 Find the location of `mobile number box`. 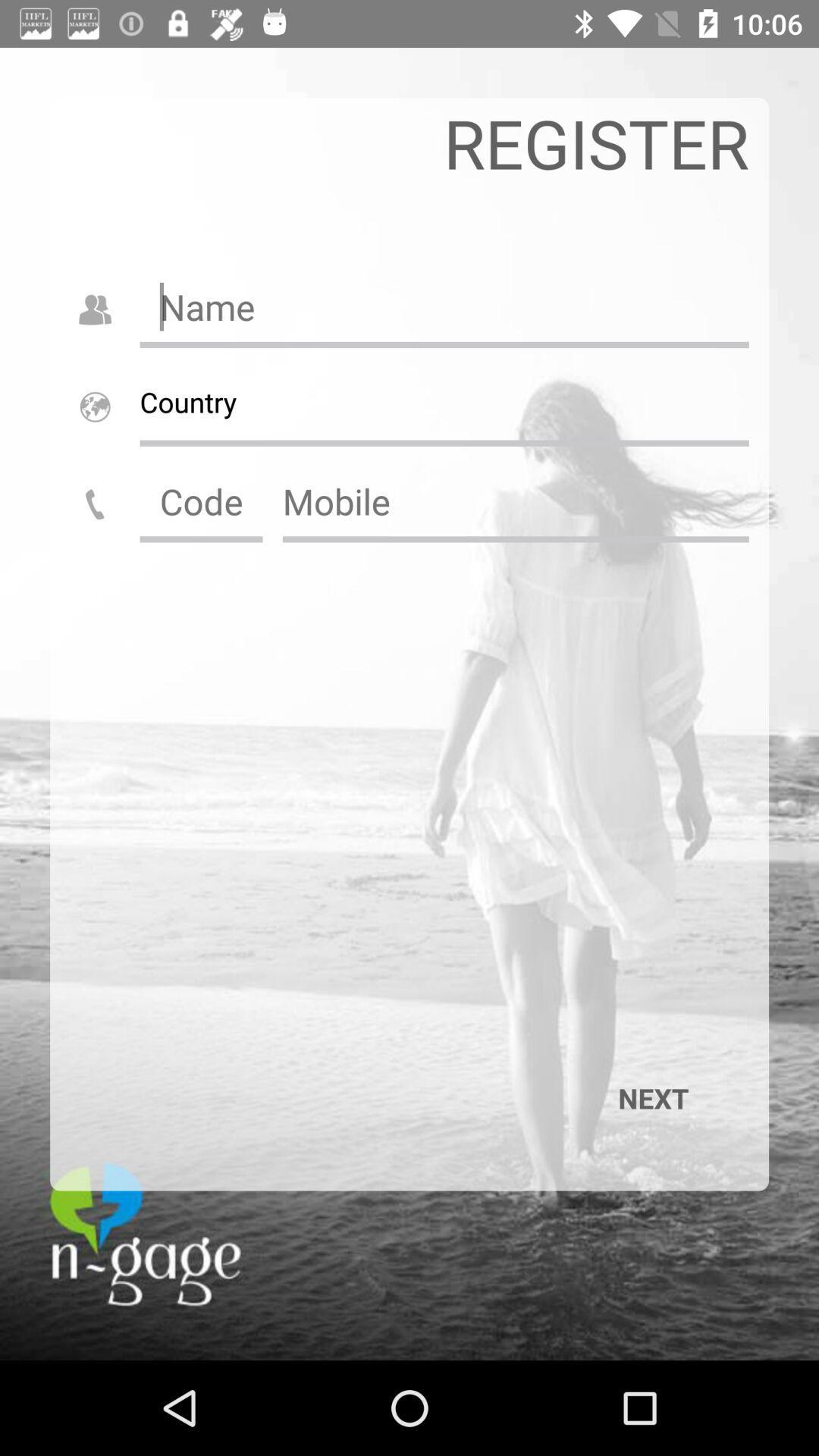

mobile number box is located at coordinates (515, 501).